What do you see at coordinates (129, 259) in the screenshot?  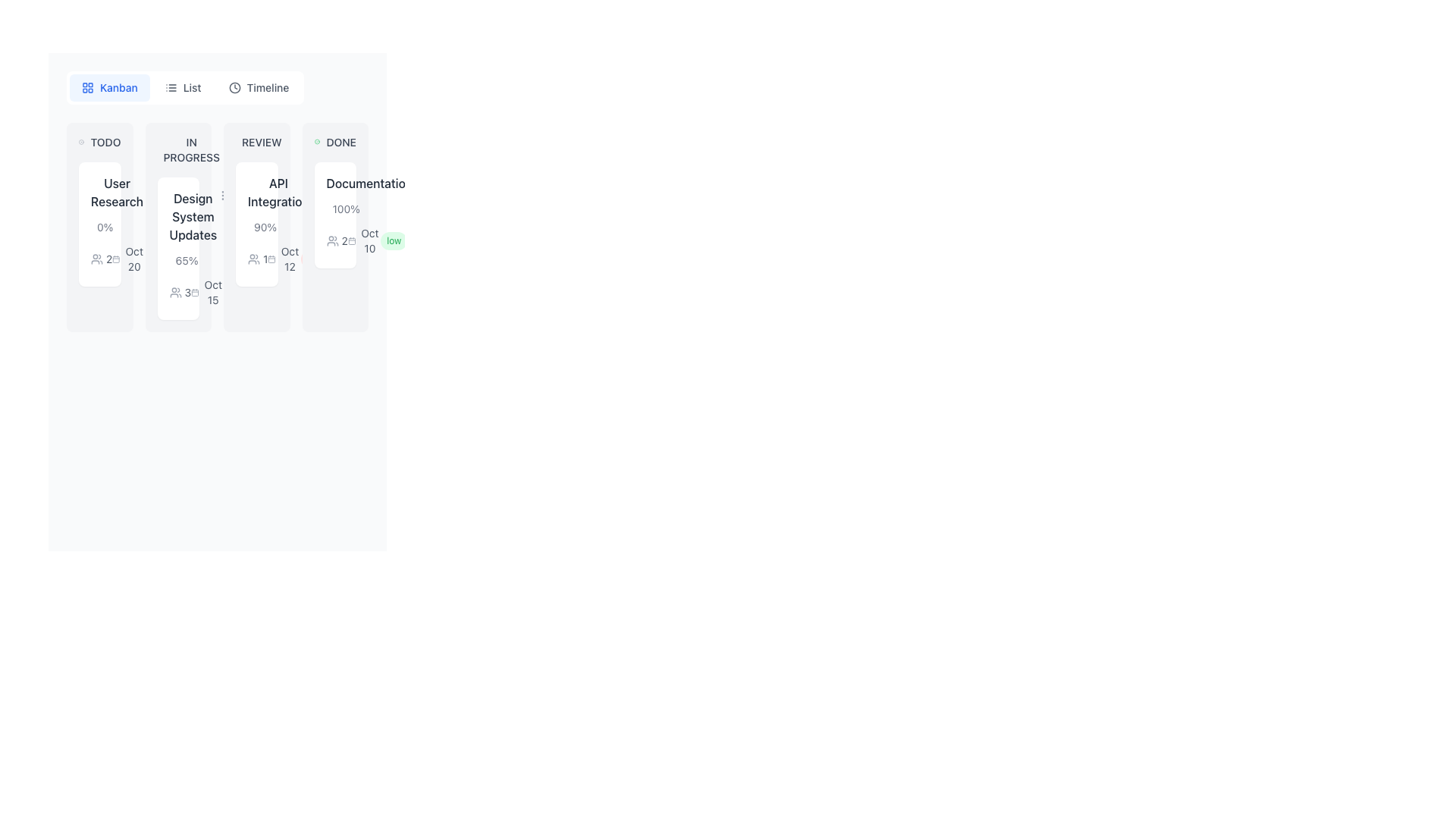 I see `the Date Label with Icon located within the 'User Research' card in the TODO column of the Kanban board, positioned below the main card title` at bounding box center [129, 259].